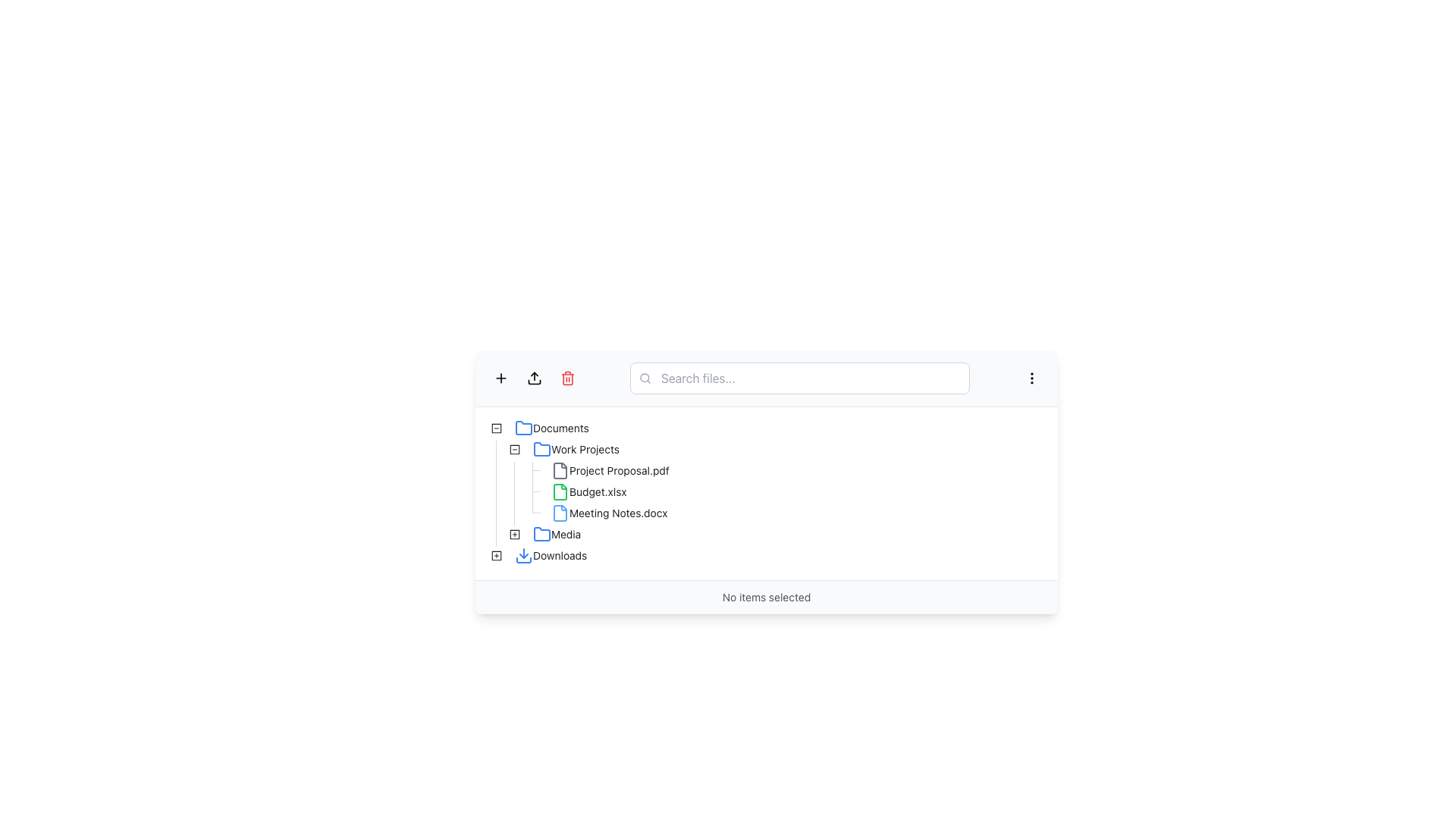  I want to click on the 'Meeting Notes.docx' text label within the tree menu, so click(618, 512).